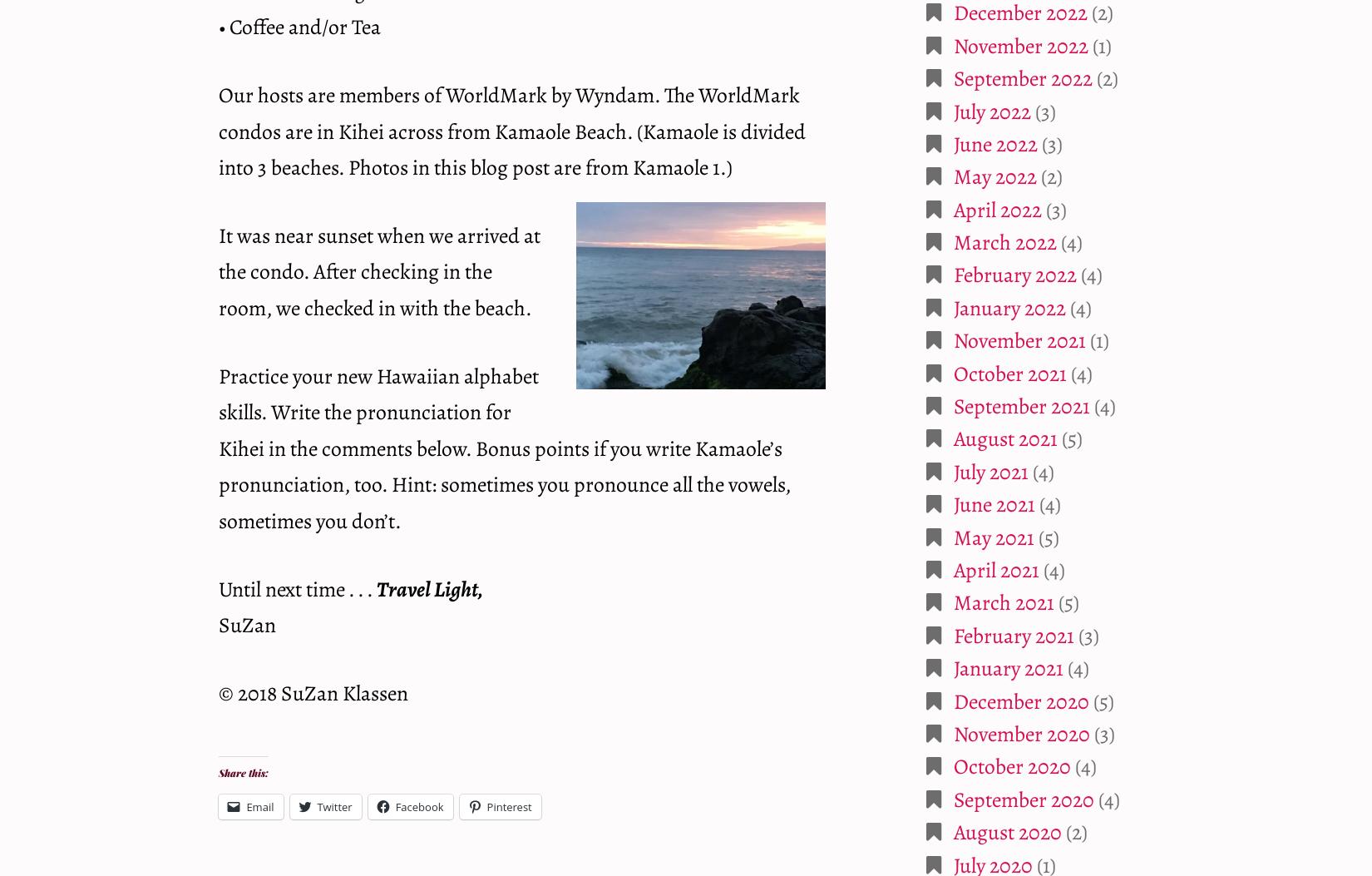  Describe the element at coordinates (511, 130) in the screenshot. I see `'Our hosts are members of WorldMark by Wyndam. The WorldMark condos are in Kihei across from Kamaole Beach. (Kamaole is divided into 3 beaches. Photos in this blog post are from Kamaole 1.)'` at that location.